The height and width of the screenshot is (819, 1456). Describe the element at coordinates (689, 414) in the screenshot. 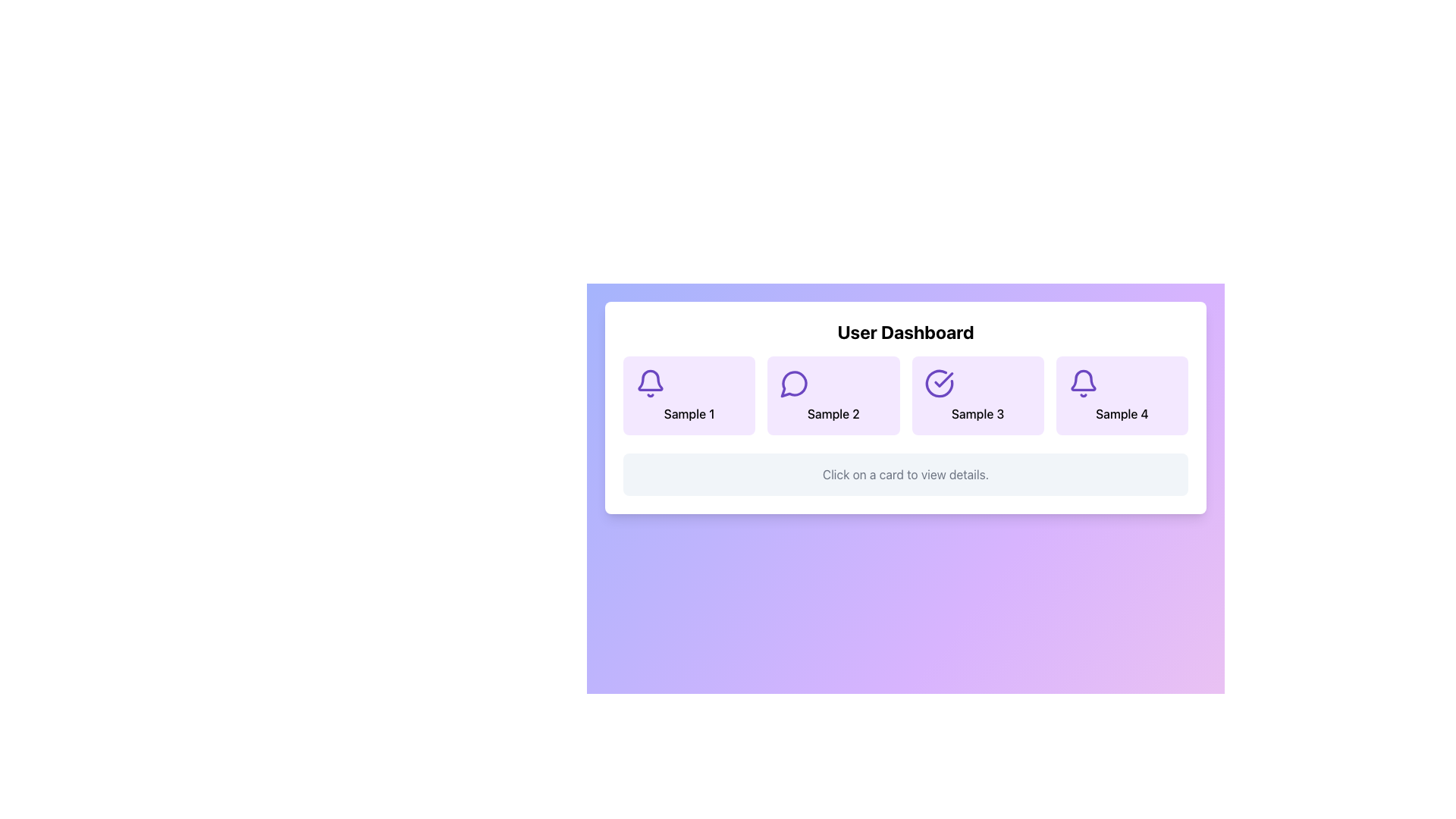

I see `the text label displaying 'Sample 1' with a purple background, located below a bell icon in the first card of a horizontal layout` at that location.